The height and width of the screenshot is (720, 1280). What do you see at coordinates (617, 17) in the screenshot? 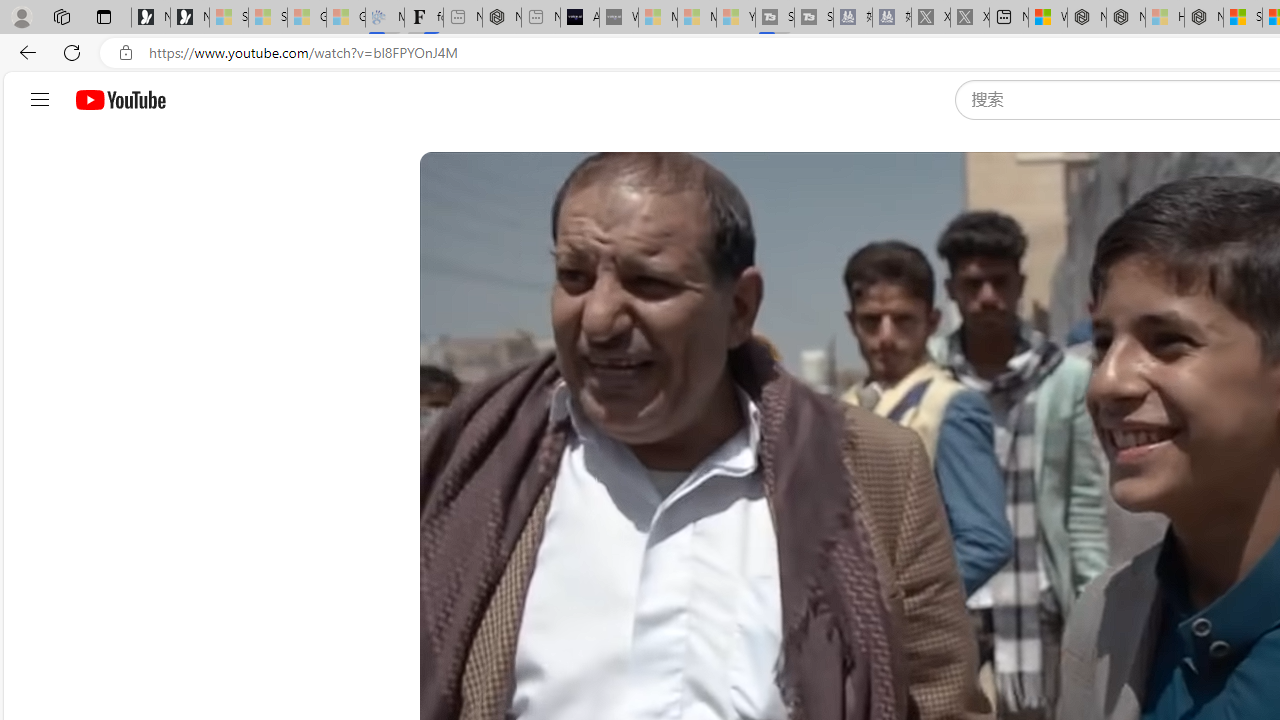
I see `'What'` at bounding box center [617, 17].